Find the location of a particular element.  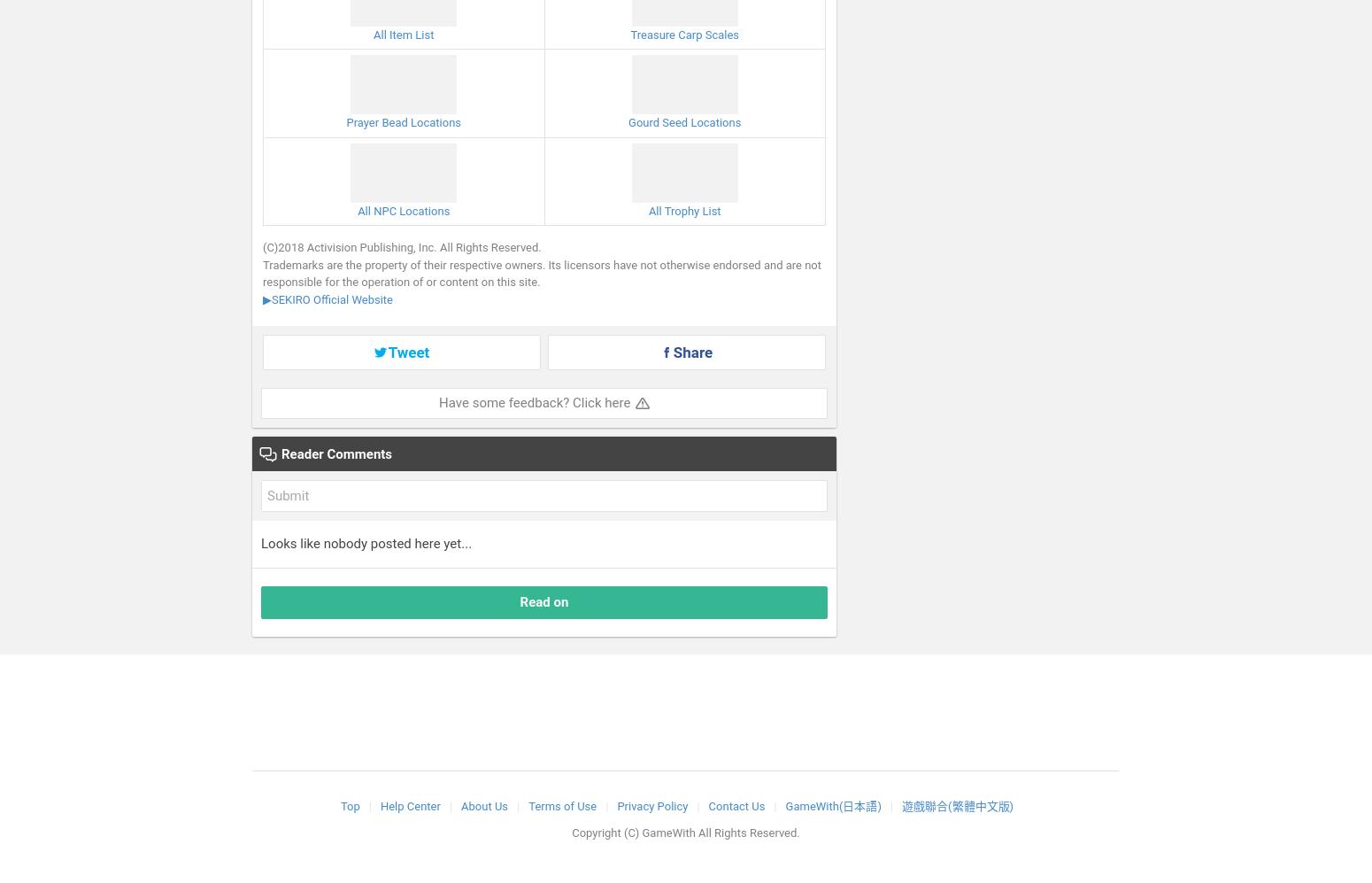

'Treasure Carp Scales' is located at coordinates (684, 34).